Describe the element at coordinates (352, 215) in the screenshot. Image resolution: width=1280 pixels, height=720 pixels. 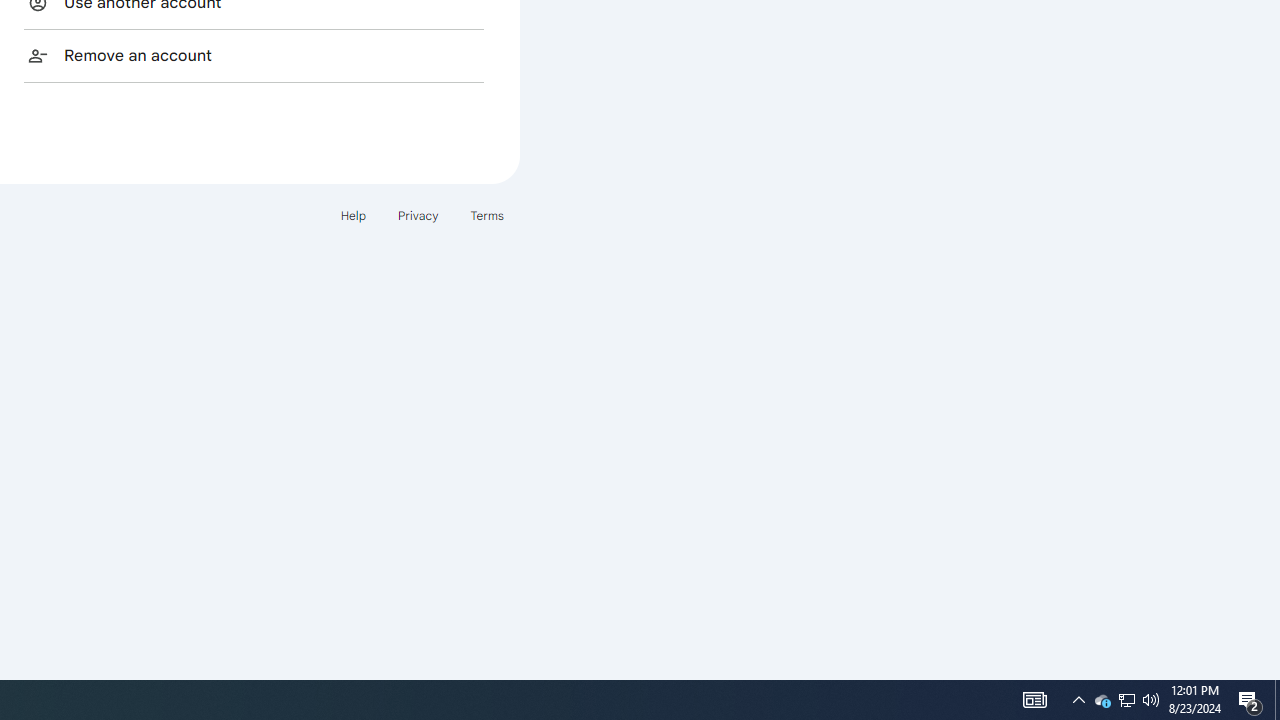
I see `'Help'` at that location.